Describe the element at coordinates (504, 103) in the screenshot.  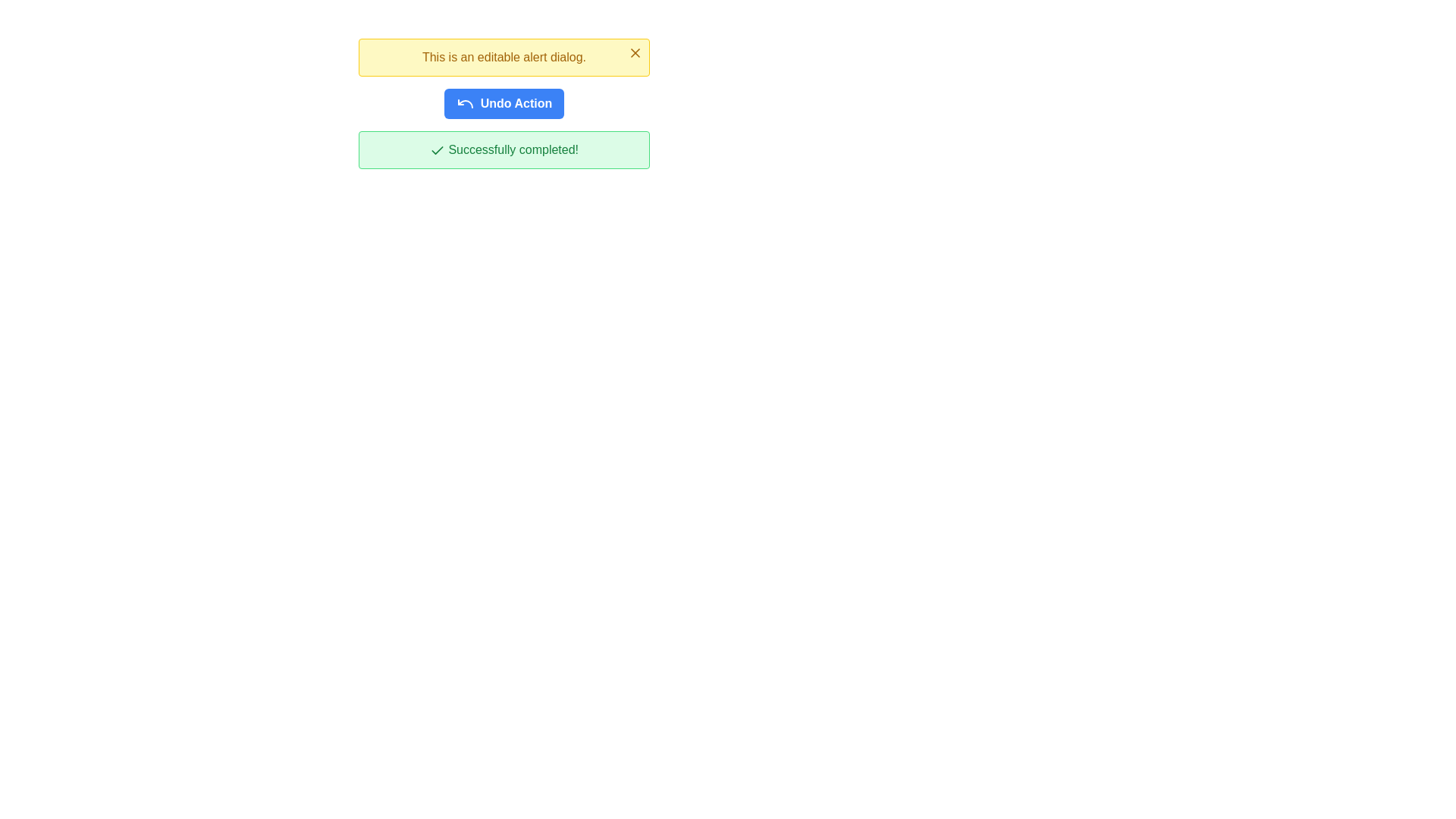
I see `the blue 'Undo Action' button with white text and an undo arrow icon` at that location.